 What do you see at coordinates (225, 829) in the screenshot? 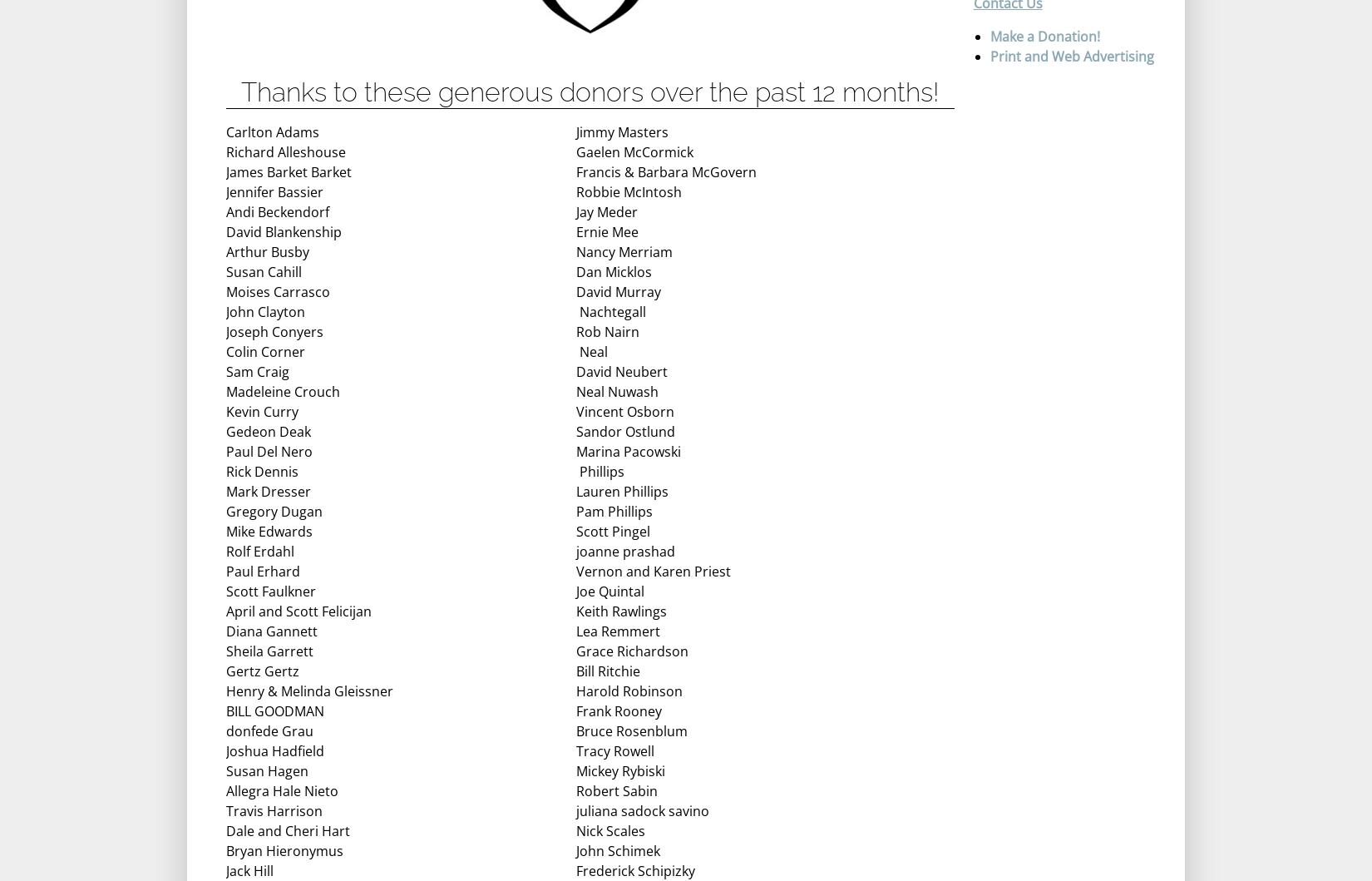
I see `'Dale and Cheri Hart'` at bounding box center [225, 829].